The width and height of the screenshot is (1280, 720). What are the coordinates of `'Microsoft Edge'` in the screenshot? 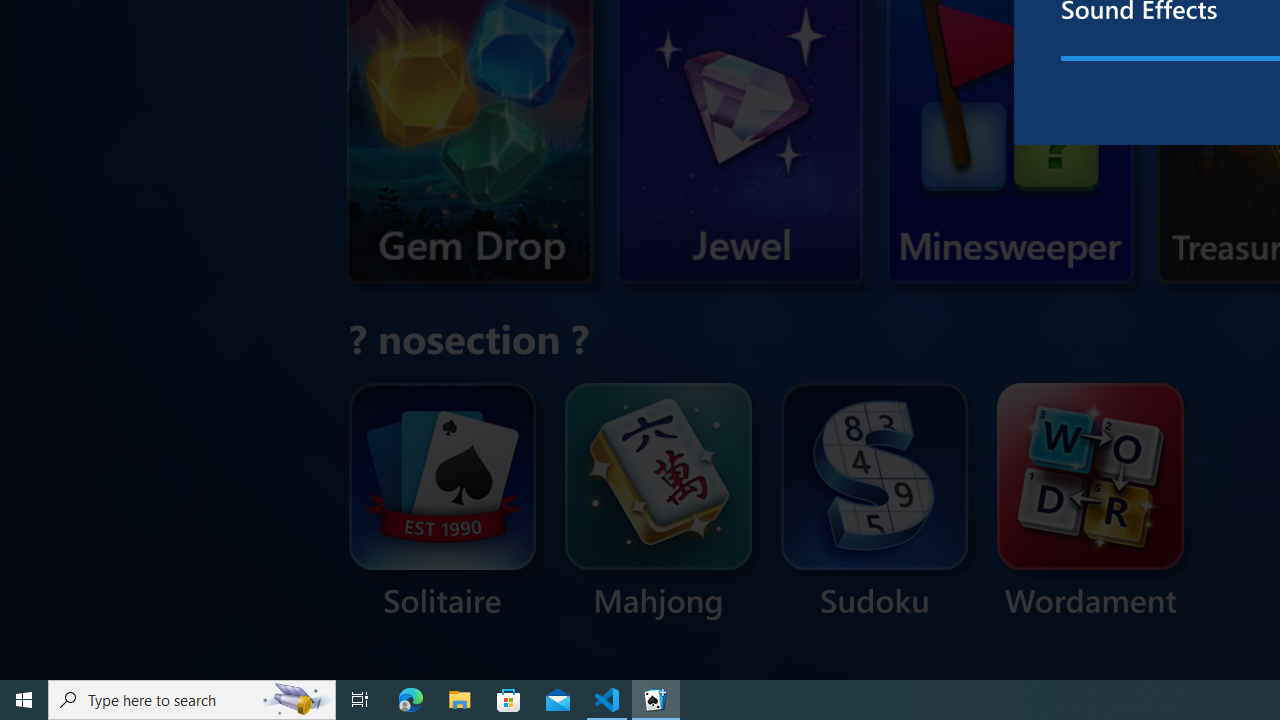 It's located at (410, 698).